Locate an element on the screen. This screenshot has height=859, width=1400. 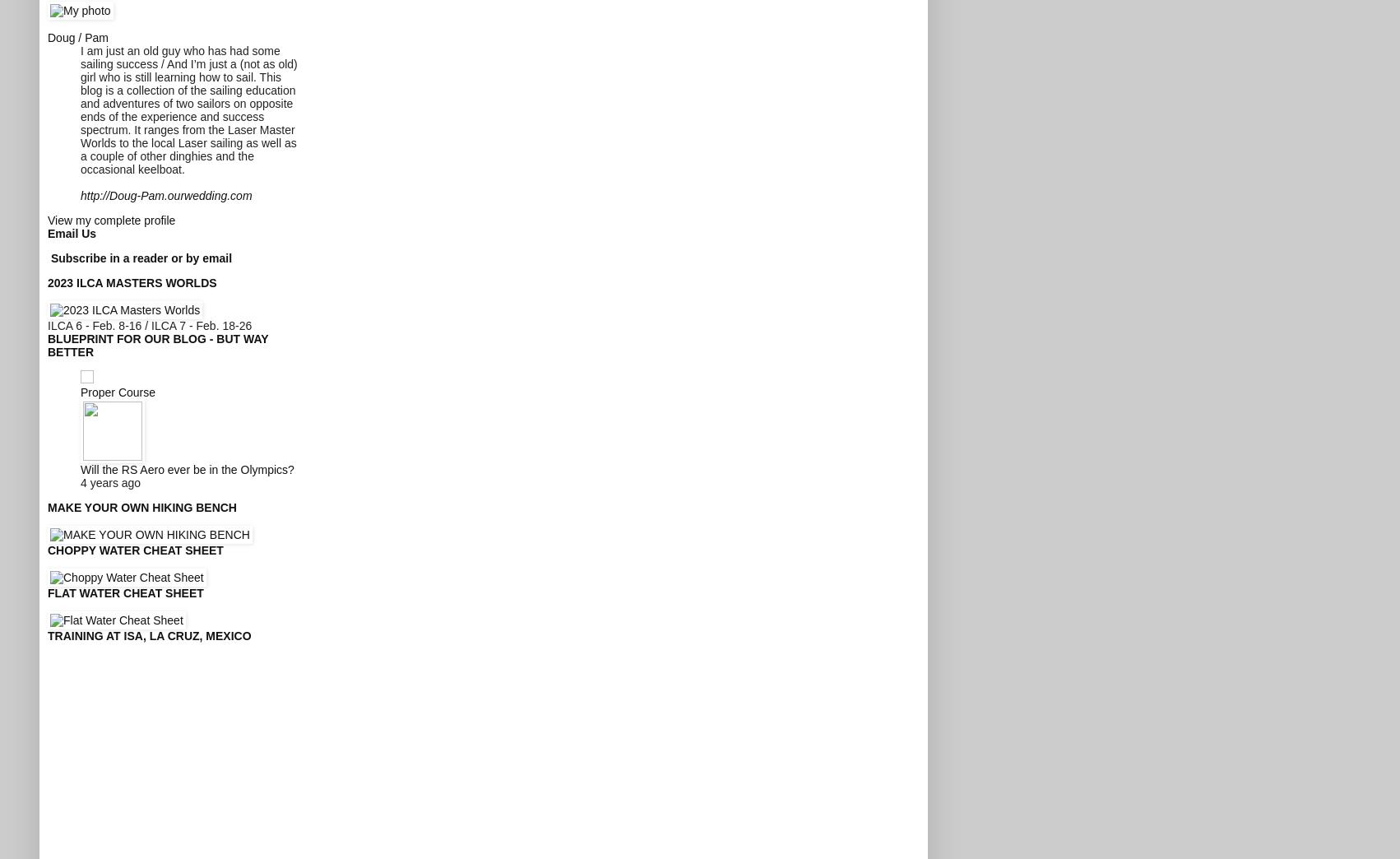
'View my complete profile' is located at coordinates (111, 218).